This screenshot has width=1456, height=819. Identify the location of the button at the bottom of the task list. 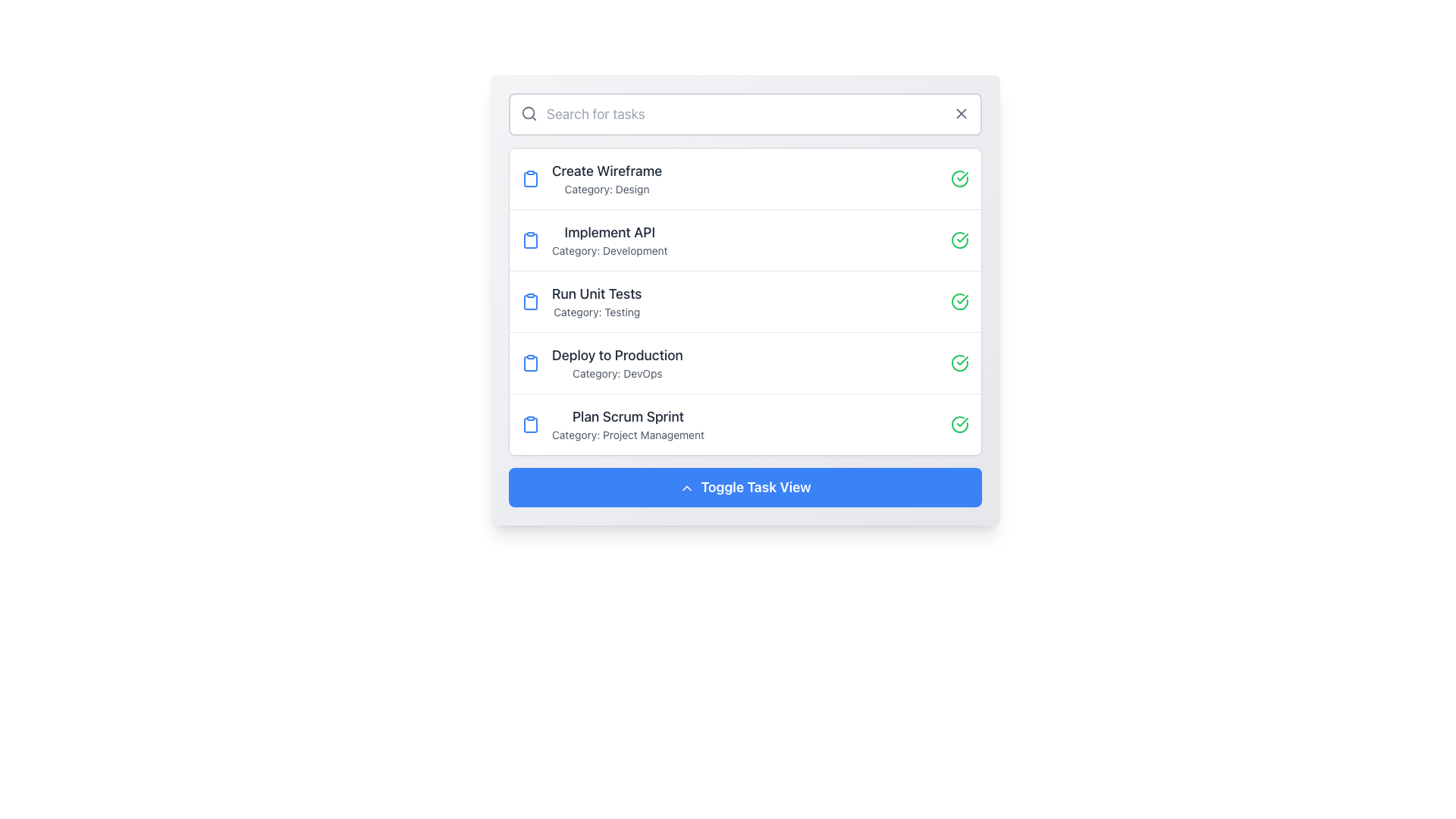
(745, 488).